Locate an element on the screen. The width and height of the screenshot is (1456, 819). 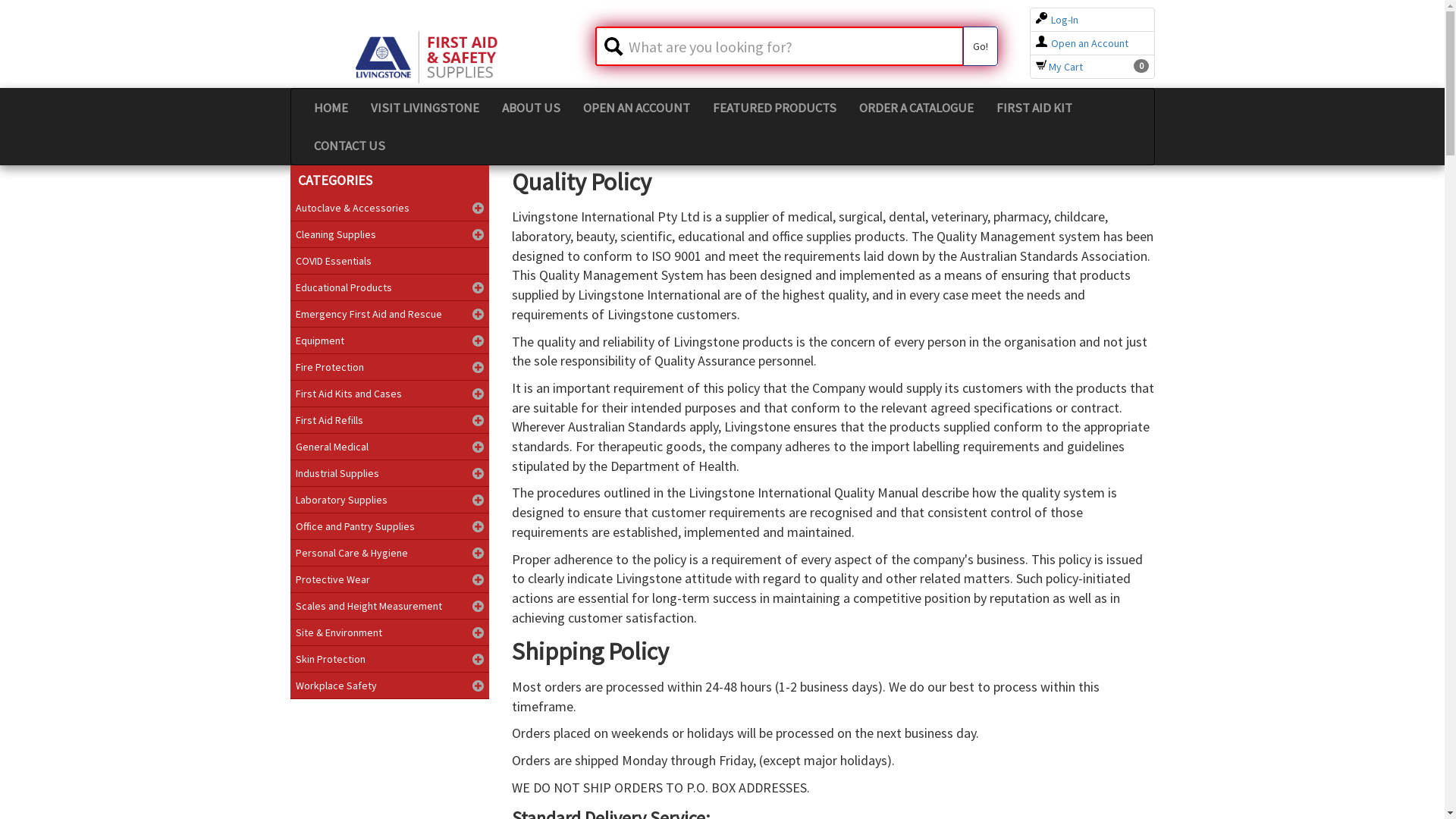
'Workplace Safety' is located at coordinates (389, 685).